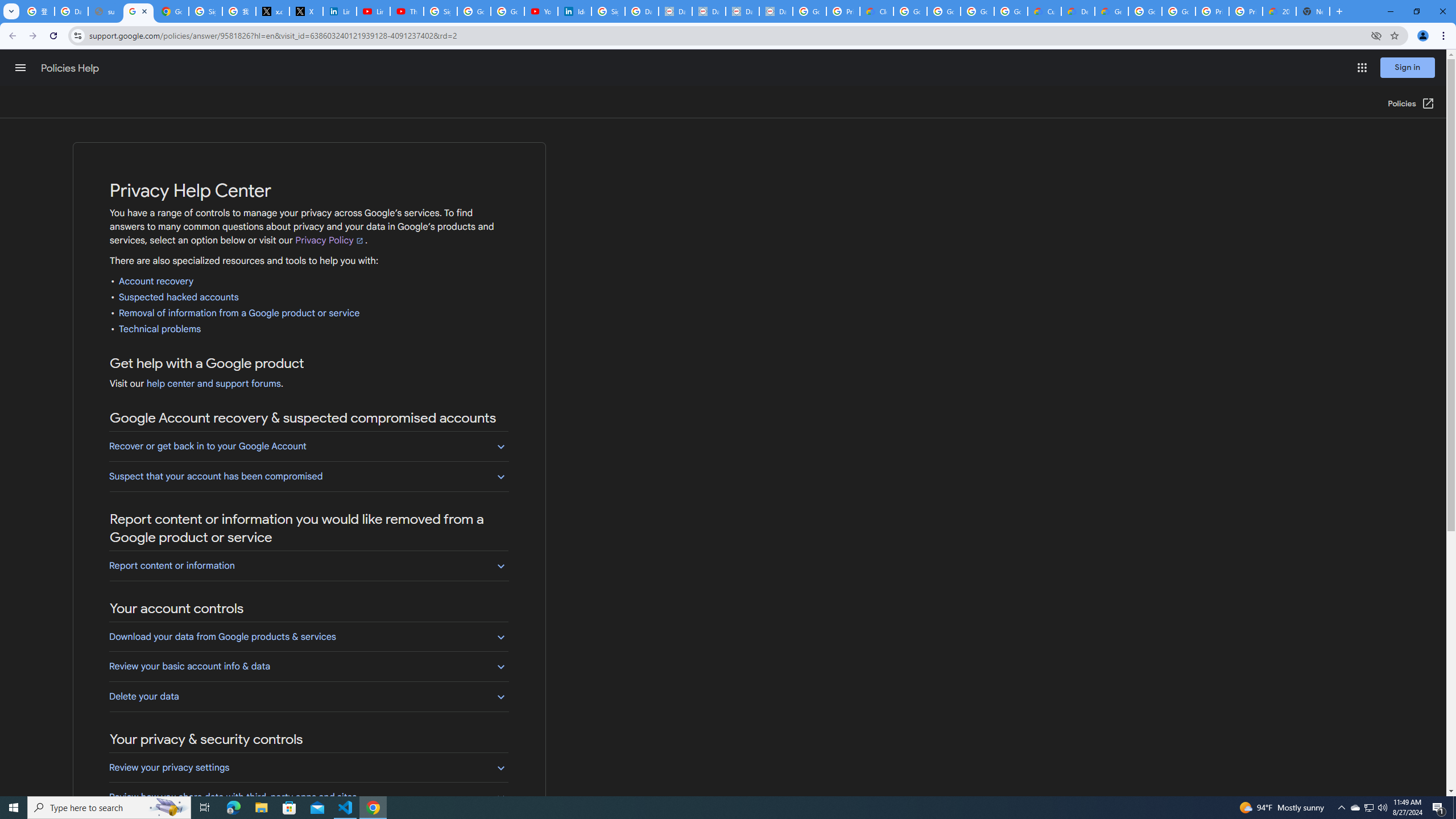 This screenshot has height=819, width=1456. Describe the element at coordinates (160, 329) in the screenshot. I see `'Technical problems'` at that location.